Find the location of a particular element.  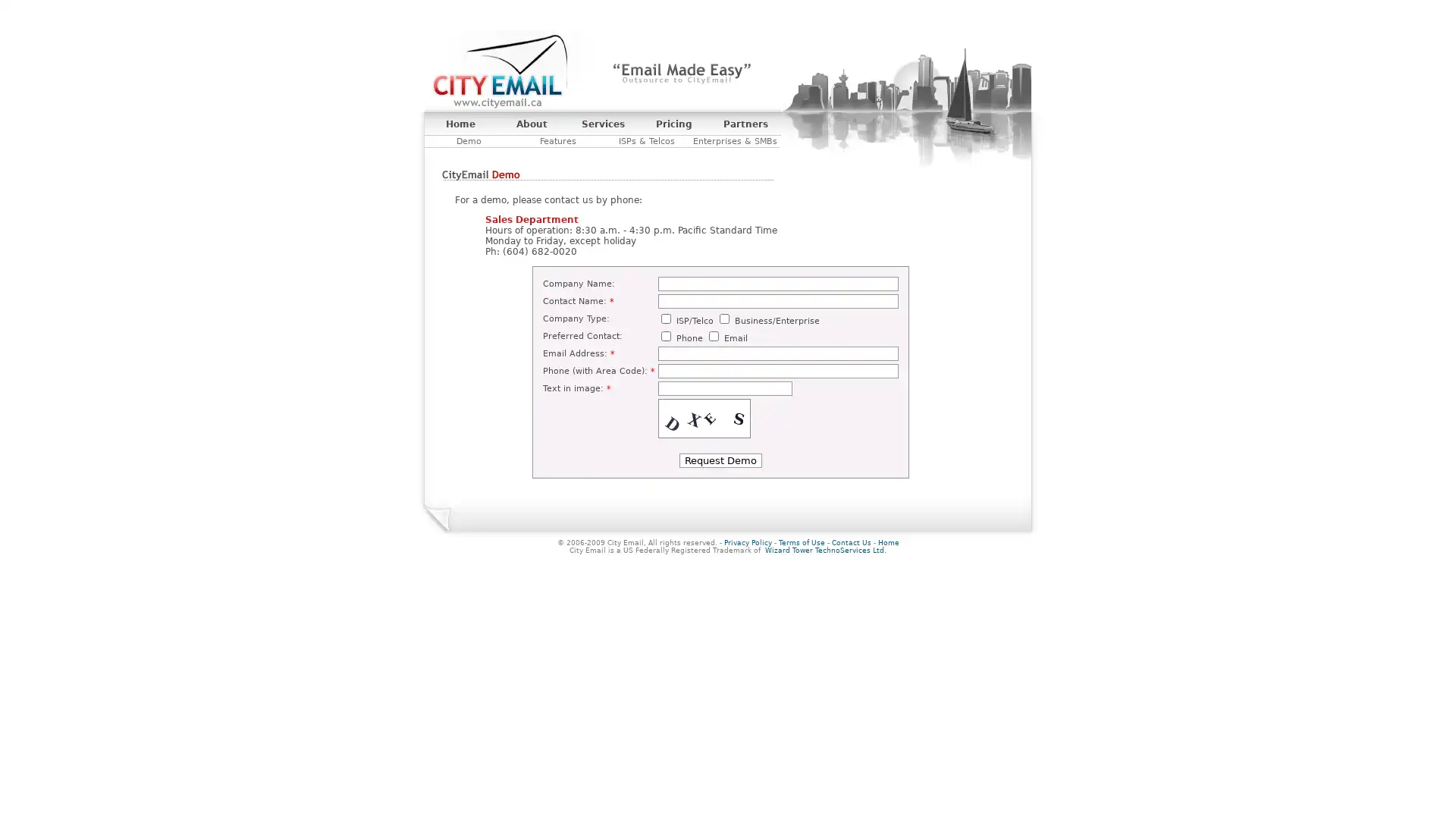

Request Demo is located at coordinates (719, 460).